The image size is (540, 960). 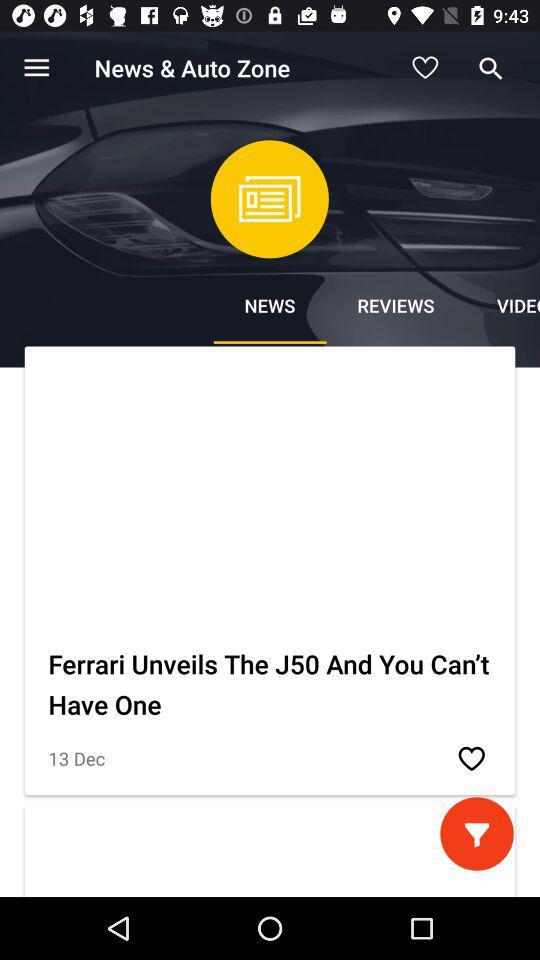 I want to click on the filter icon, so click(x=475, y=833).